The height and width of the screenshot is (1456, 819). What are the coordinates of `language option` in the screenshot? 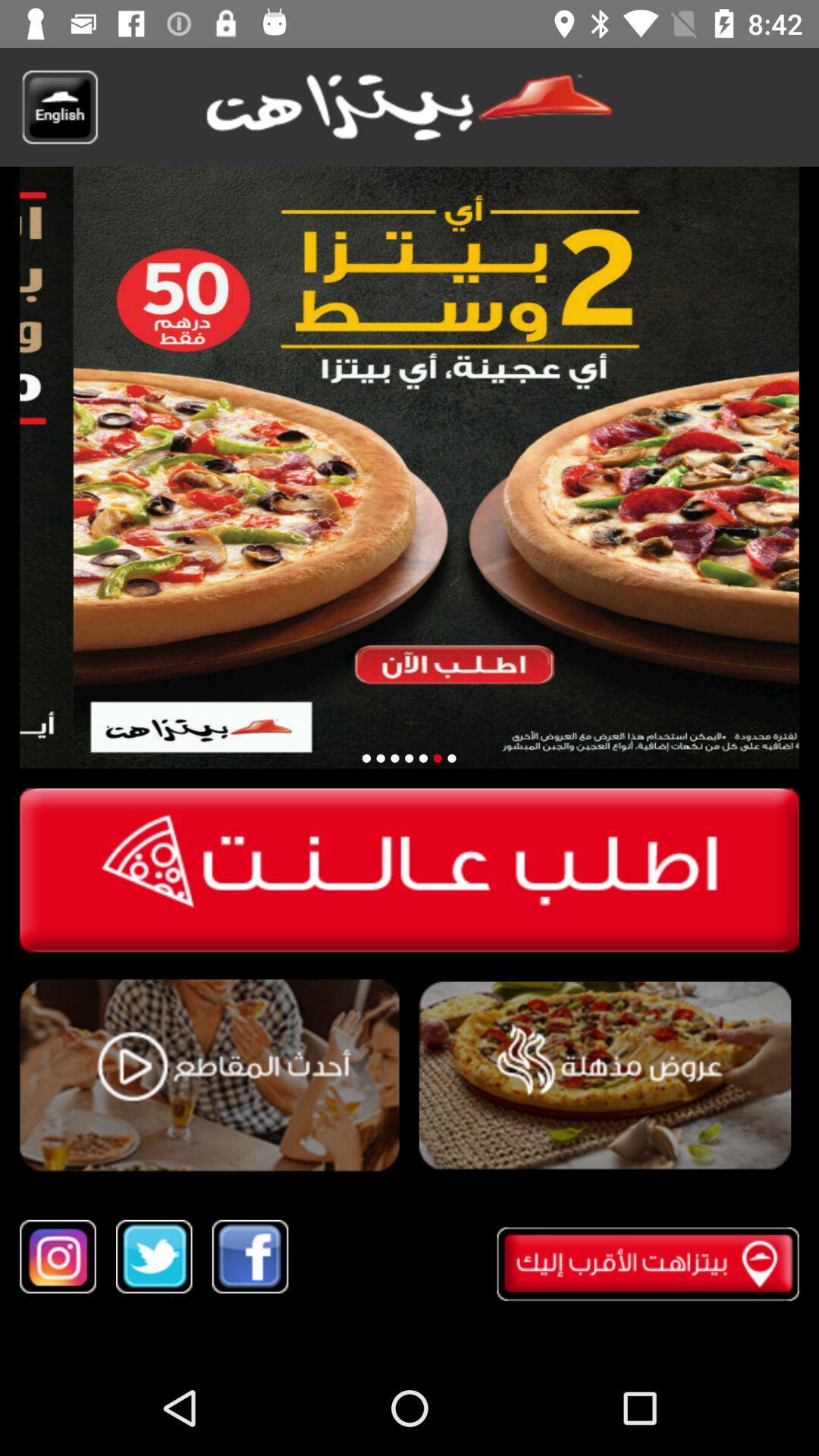 It's located at (58, 106).